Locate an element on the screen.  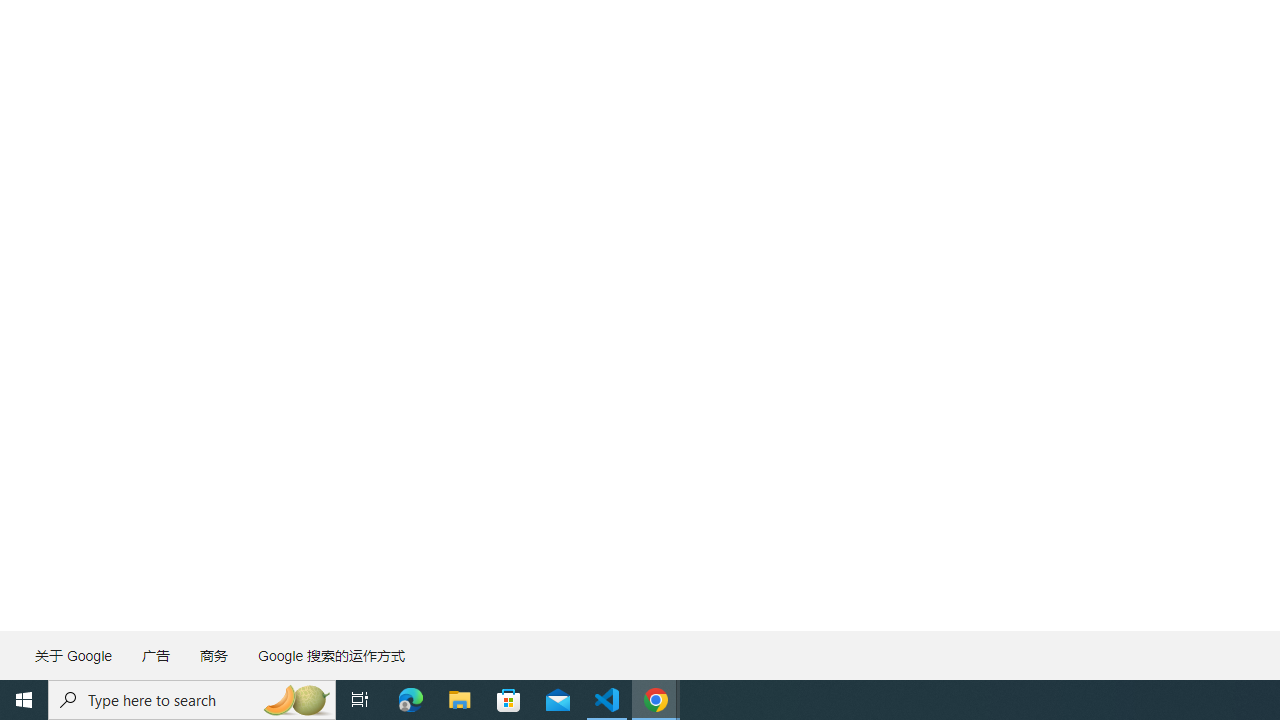
'Start' is located at coordinates (24, 698).